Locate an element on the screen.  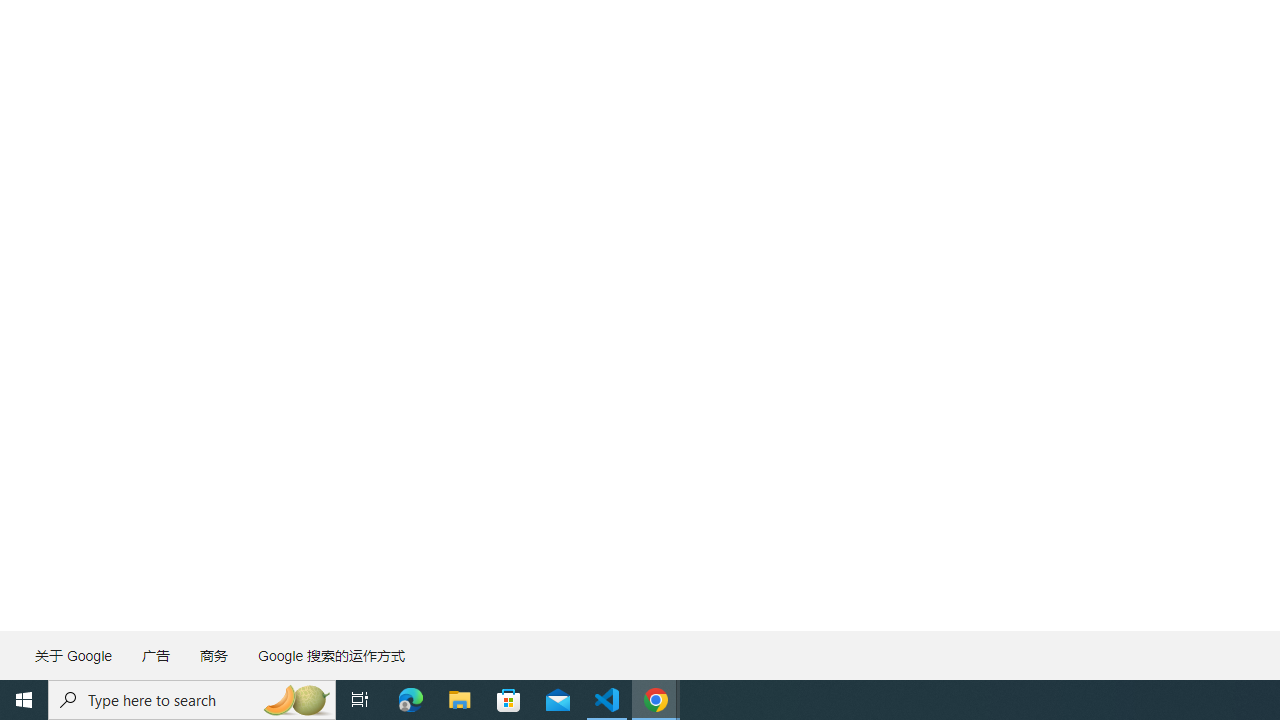
'Start' is located at coordinates (24, 698).